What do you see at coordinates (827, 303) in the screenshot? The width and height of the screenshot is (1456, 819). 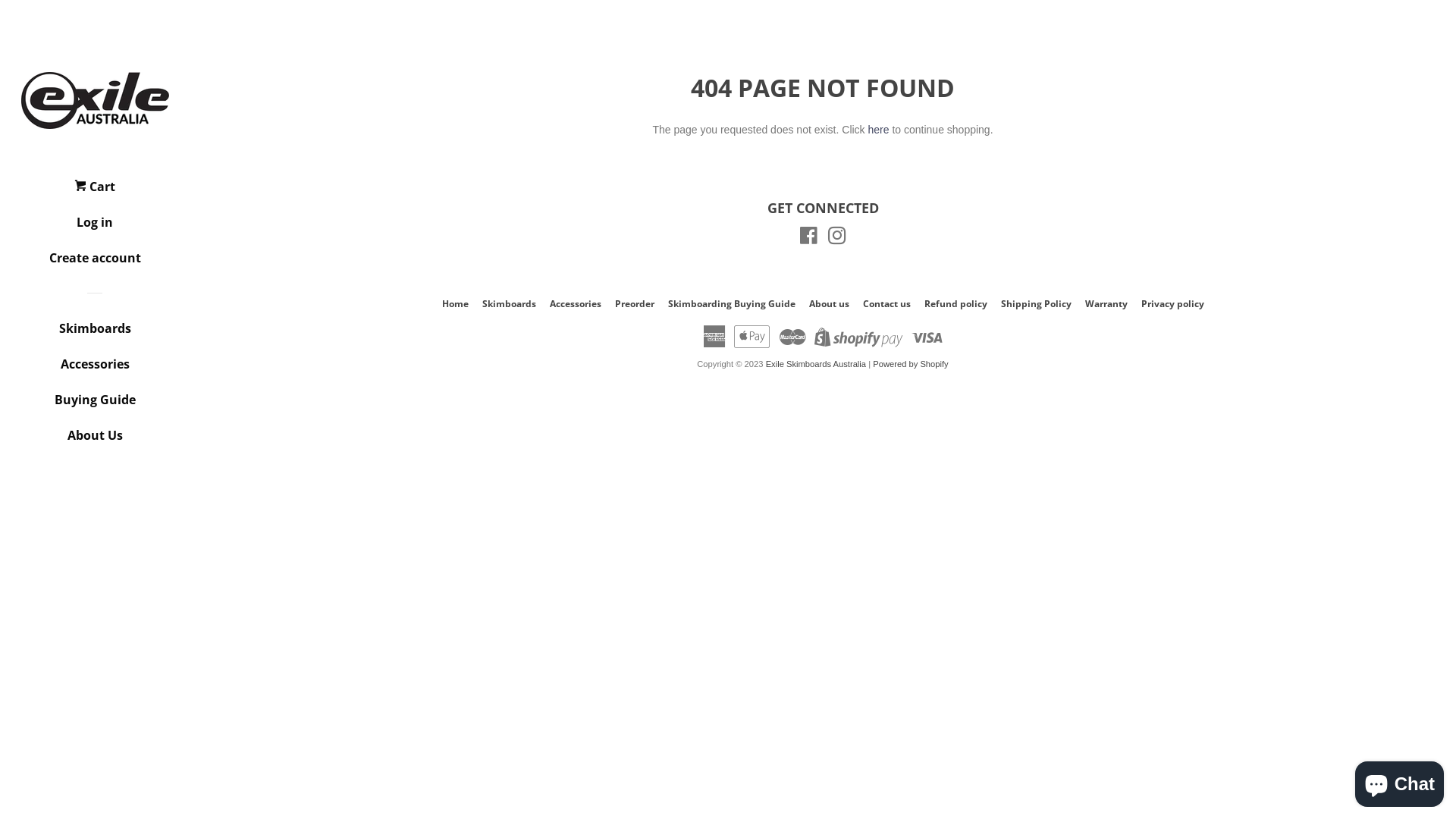 I see `'About us'` at bounding box center [827, 303].